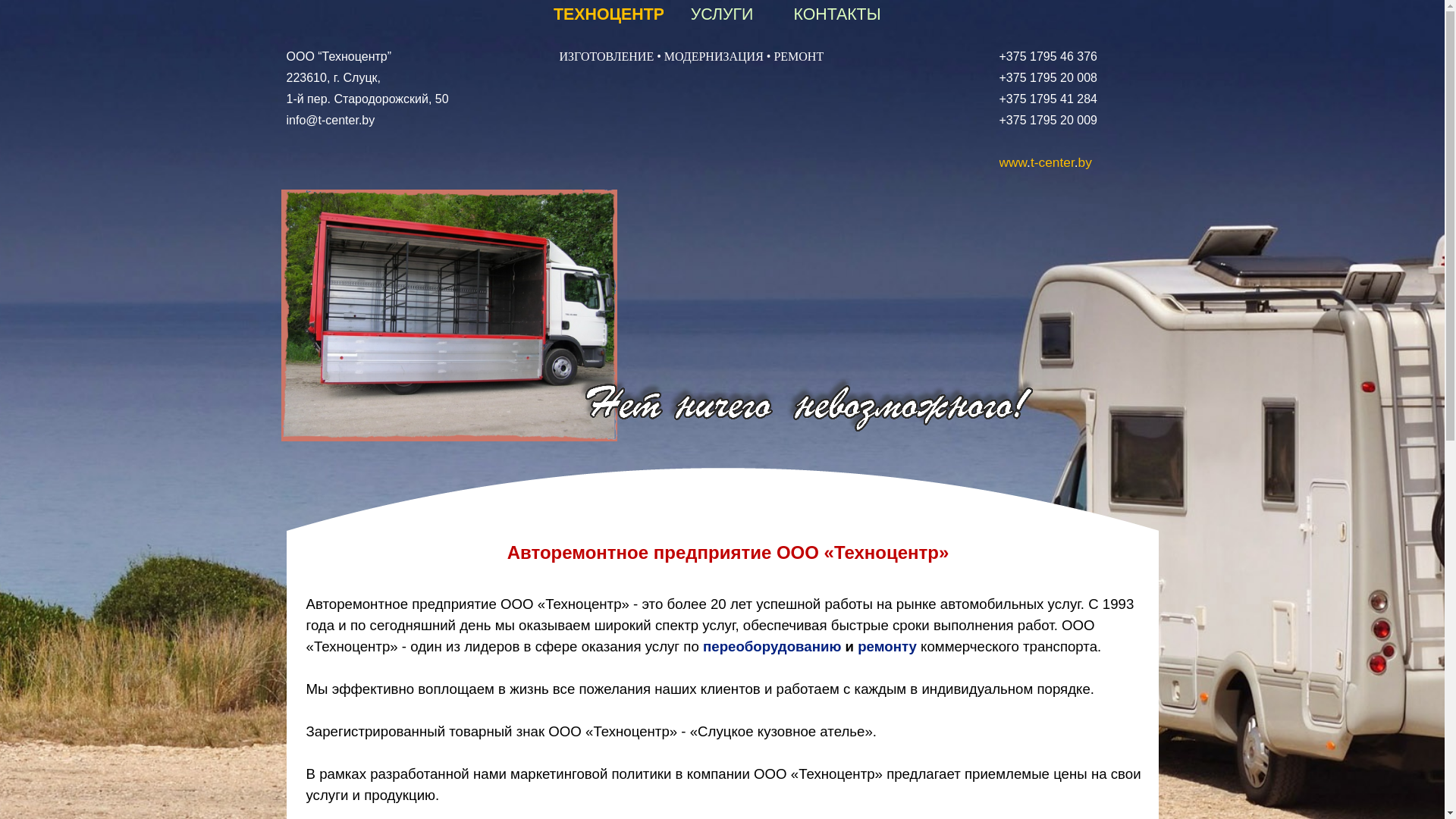  What do you see at coordinates (1044, 162) in the screenshot?
I see `'www.t-center.by'` at bounding box center [1044, 162].